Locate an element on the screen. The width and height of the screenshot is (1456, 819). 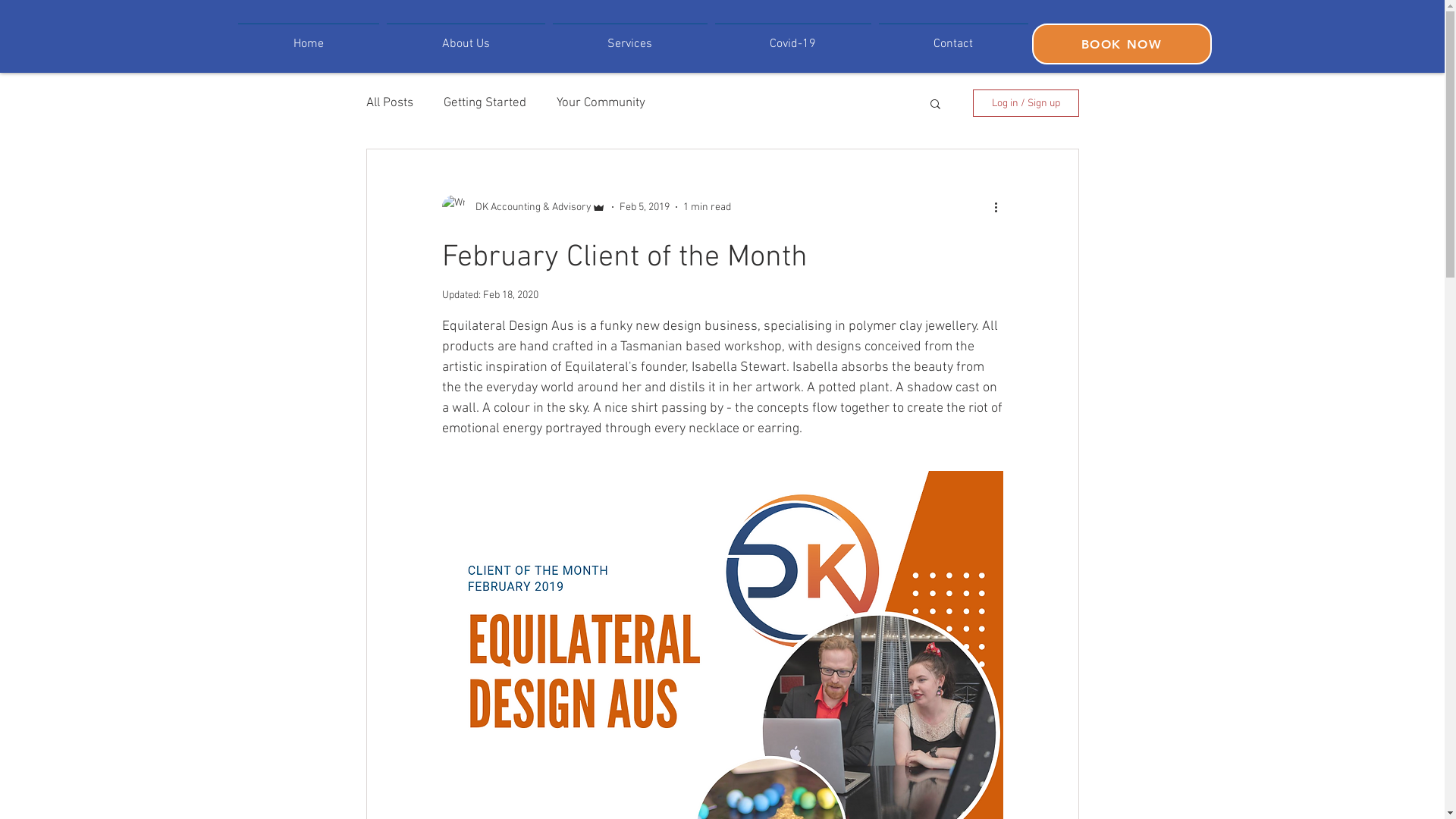
'Covid-19' is located at coordinates (792, 36).